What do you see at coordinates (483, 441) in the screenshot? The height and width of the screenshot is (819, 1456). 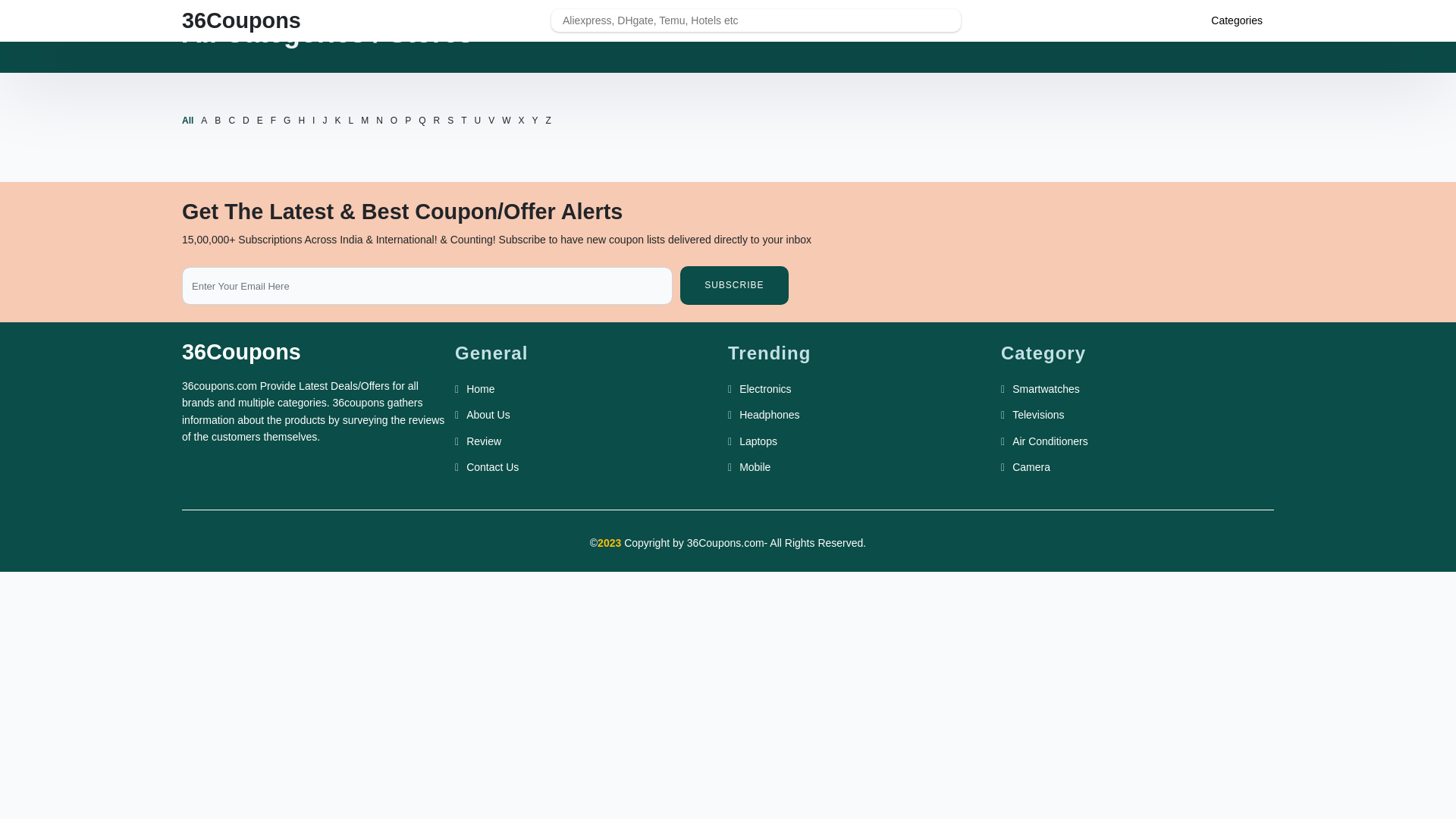 I see `'Review'` at bounding box center [483, 441].